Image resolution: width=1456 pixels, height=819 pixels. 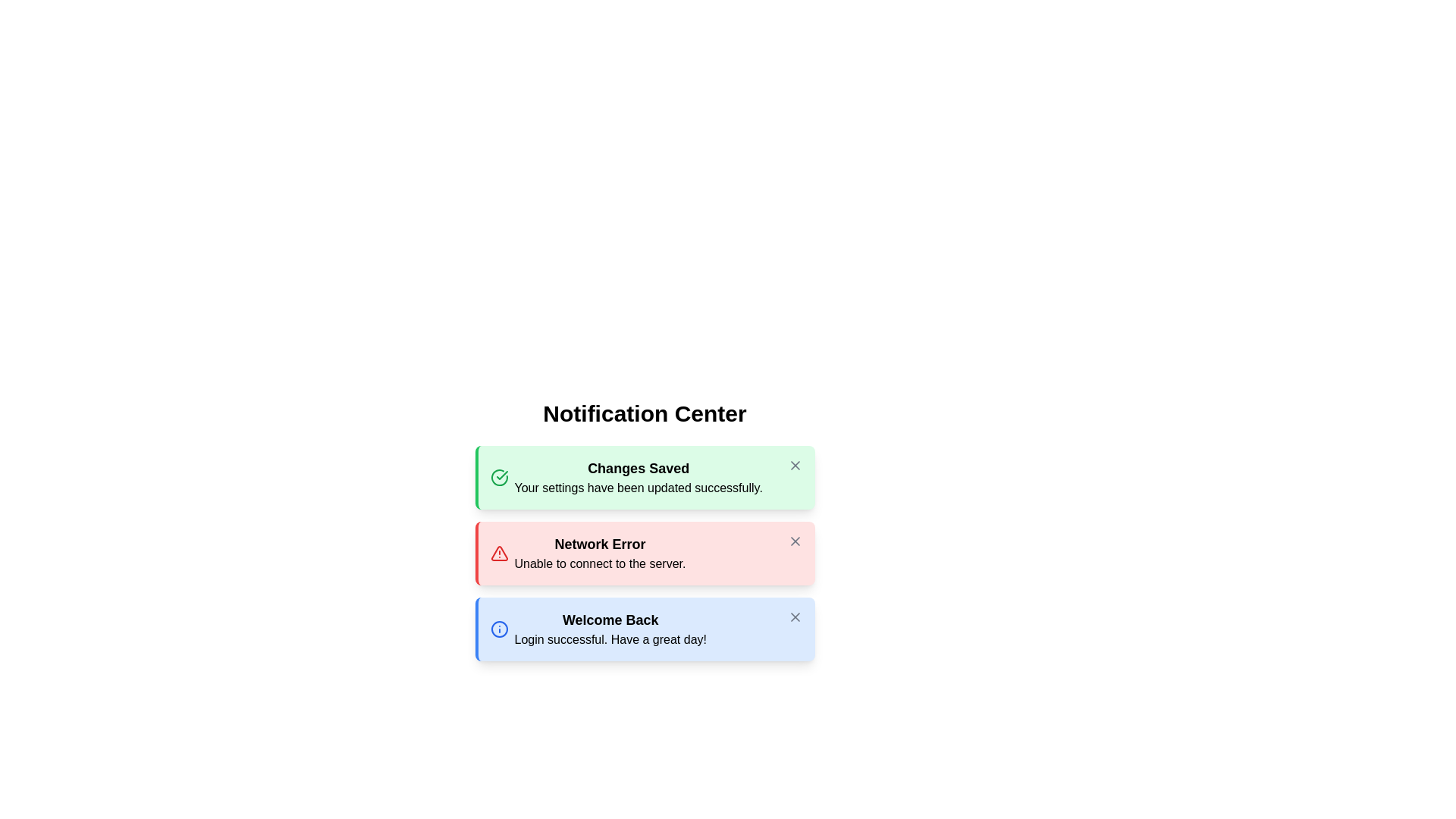 I want to click on the Notification alert box that informs the user about a network error and the inability to connect to the server to adjust settings or troubleshoot based on the message, so click(x=587, y=553).